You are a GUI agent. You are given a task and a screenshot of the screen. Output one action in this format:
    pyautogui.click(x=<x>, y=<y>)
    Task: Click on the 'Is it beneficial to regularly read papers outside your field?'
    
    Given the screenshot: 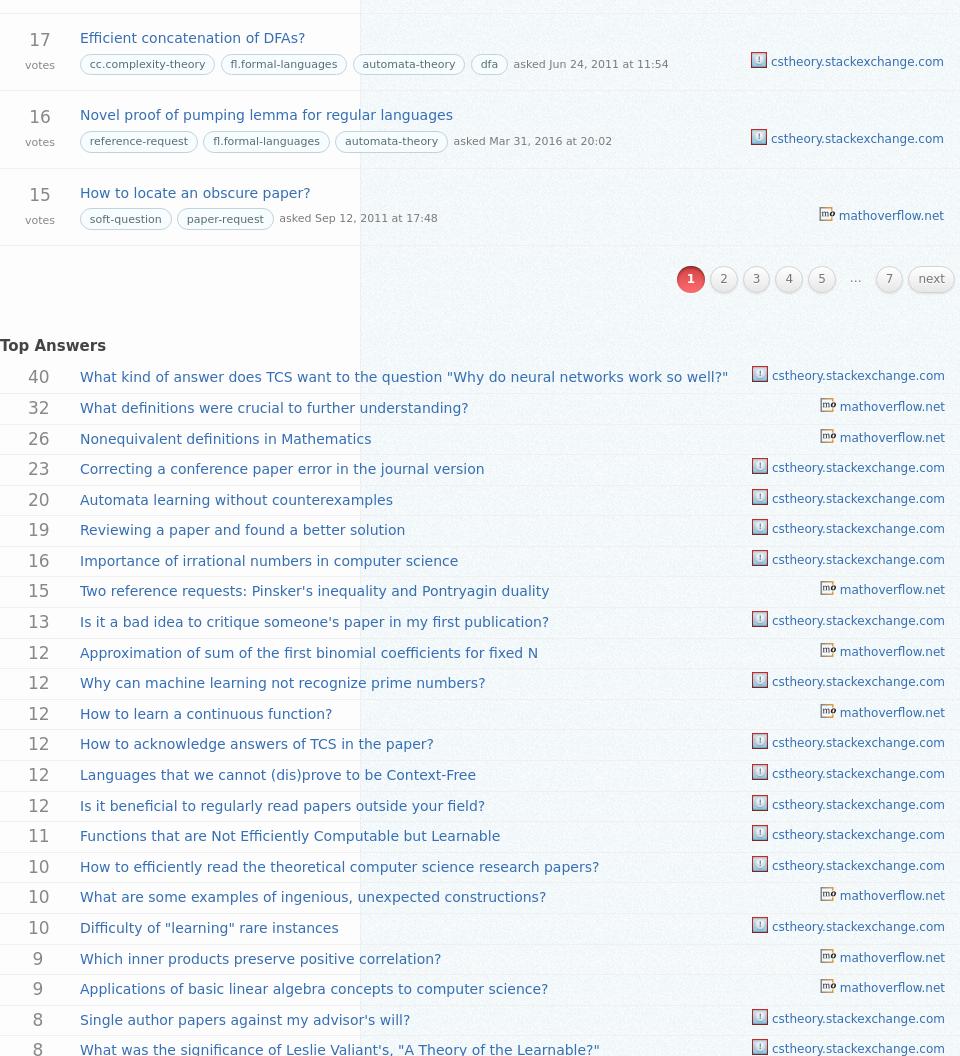 What is the action you would take?
    pyautogui.click(x=281, y=804)
    